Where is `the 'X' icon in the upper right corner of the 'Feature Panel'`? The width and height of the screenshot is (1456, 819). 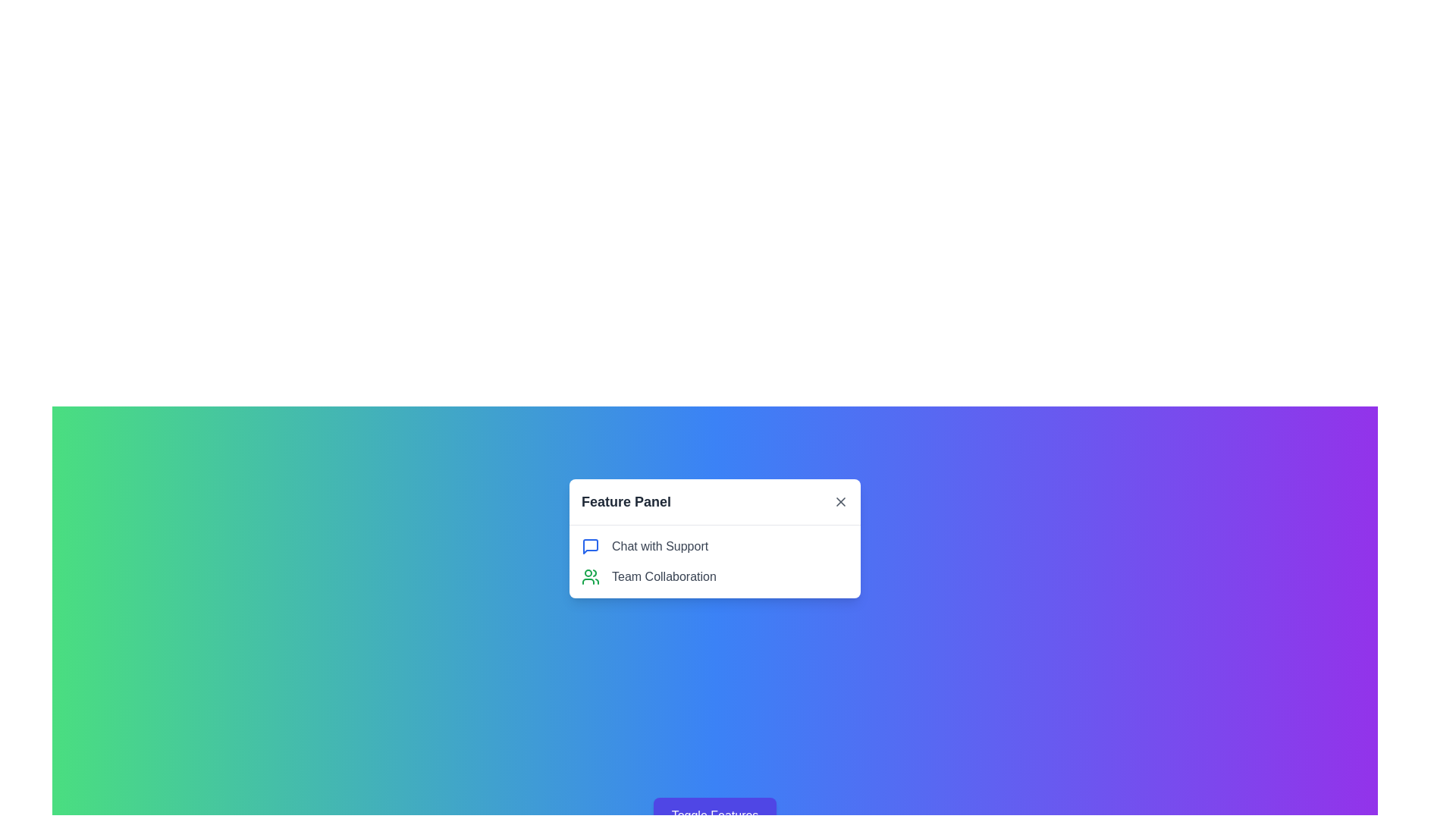 the 'X' icon in the upper right corner of the 'Feature Panel' is located at coordinates (839, 502).